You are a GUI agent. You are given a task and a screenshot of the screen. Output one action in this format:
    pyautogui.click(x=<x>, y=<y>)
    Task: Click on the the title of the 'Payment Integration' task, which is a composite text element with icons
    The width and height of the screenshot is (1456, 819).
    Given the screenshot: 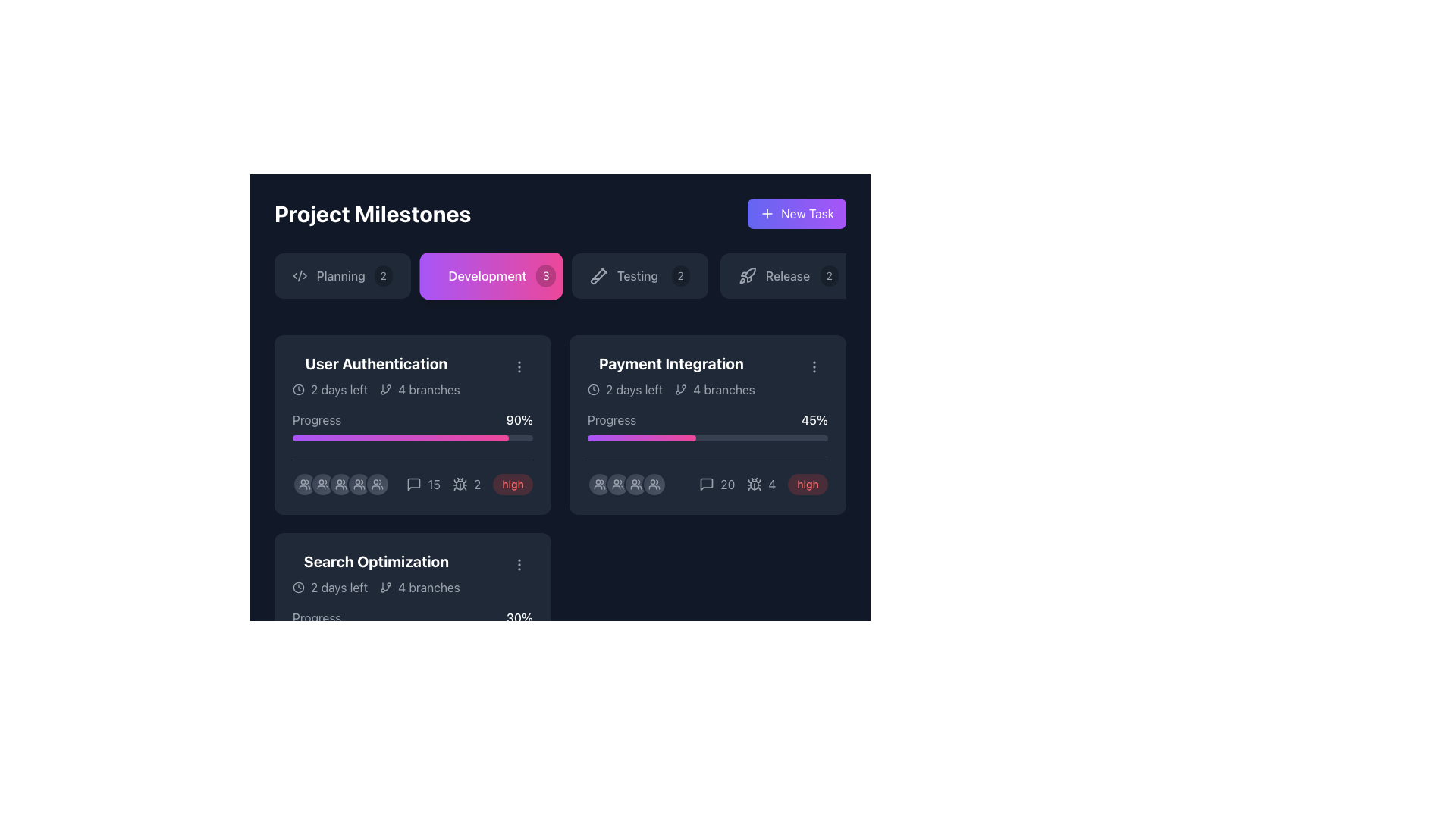 What is the action you would take?
    pyautogui.click(x=707, y=375)
    